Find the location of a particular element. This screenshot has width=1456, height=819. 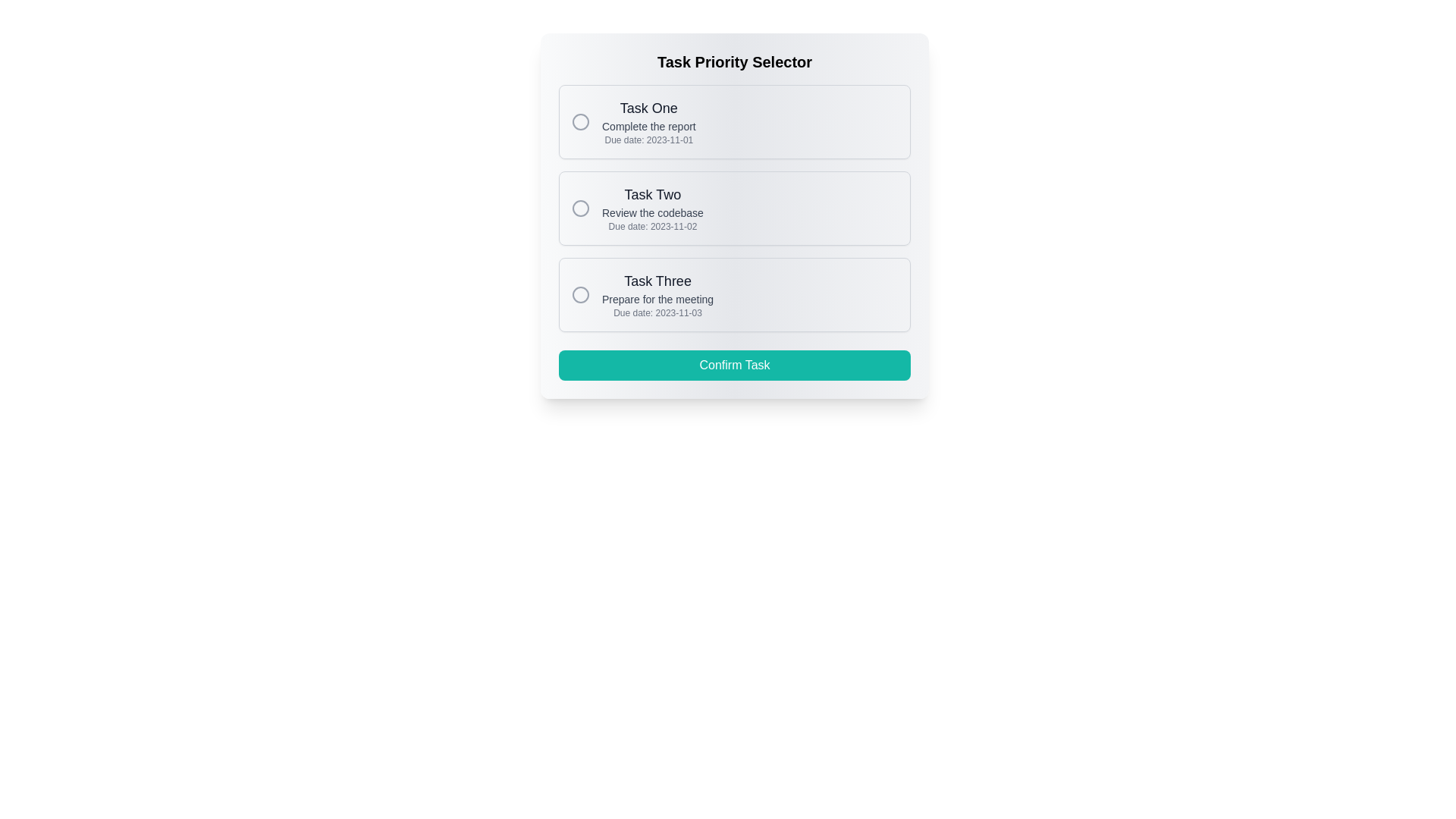

informational text label displaying 'Due date: 2023-11-03' located under 'Prepare for the meeting' in the 'Task Three' section is located at coordinates (657, 312).